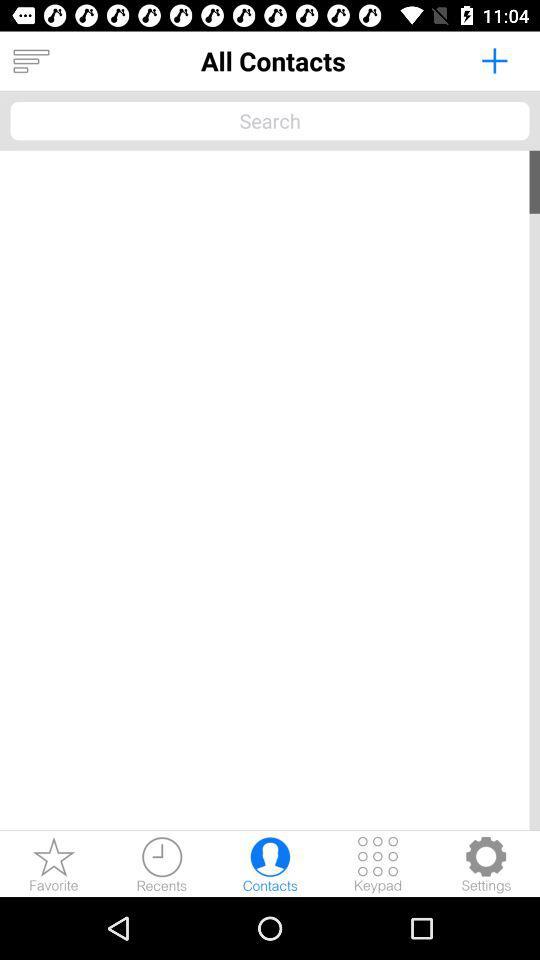 The width and height of the screenshot is (540, 960). Describe the element at coordinates (270, 120) in the screenshot. I see `input search request` at that location.